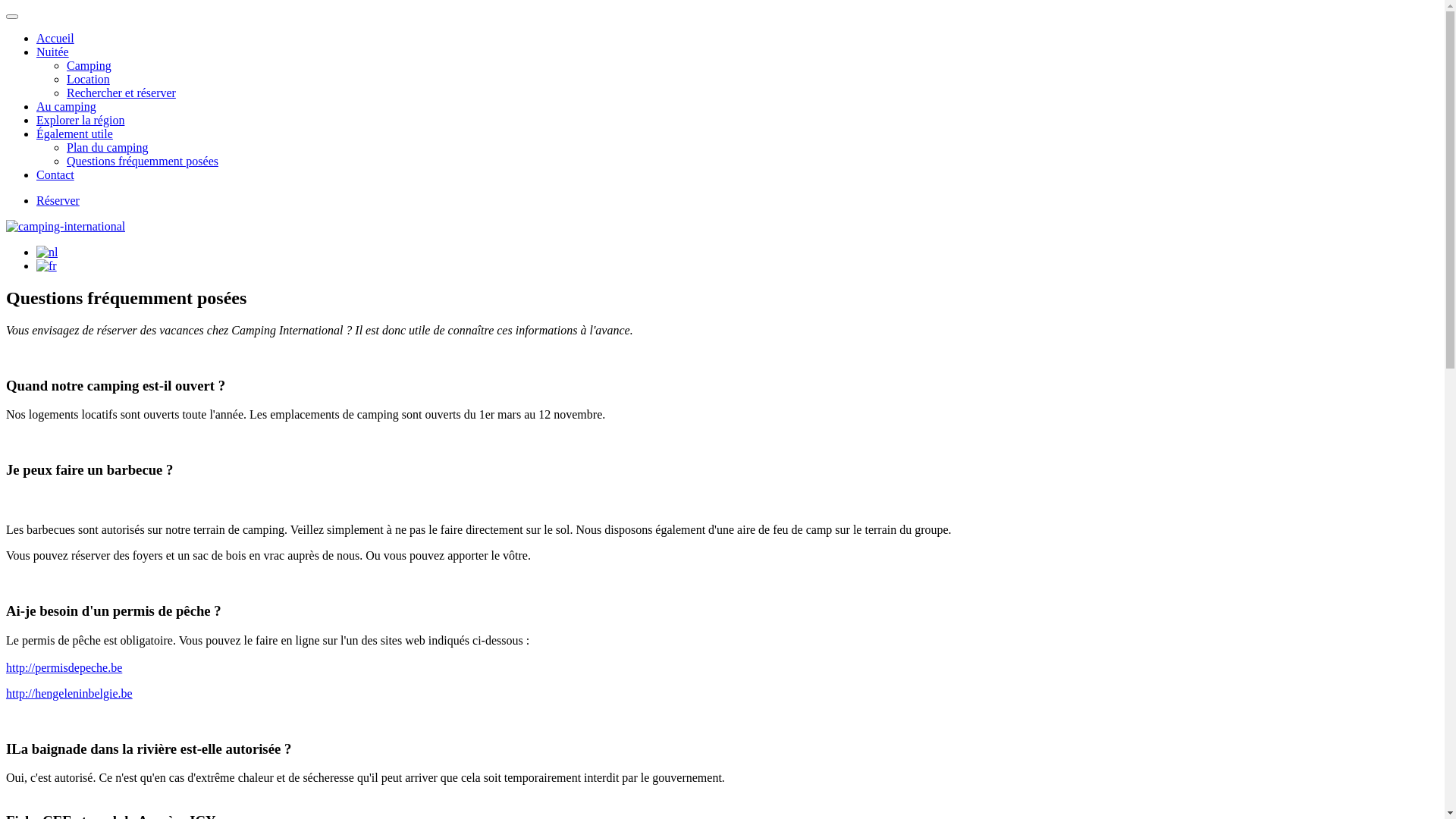 This screenshot has width=1456, height=819. Describe the element at coordinates (55, 174) in the screenshot. I see `'Contact'` at that location.